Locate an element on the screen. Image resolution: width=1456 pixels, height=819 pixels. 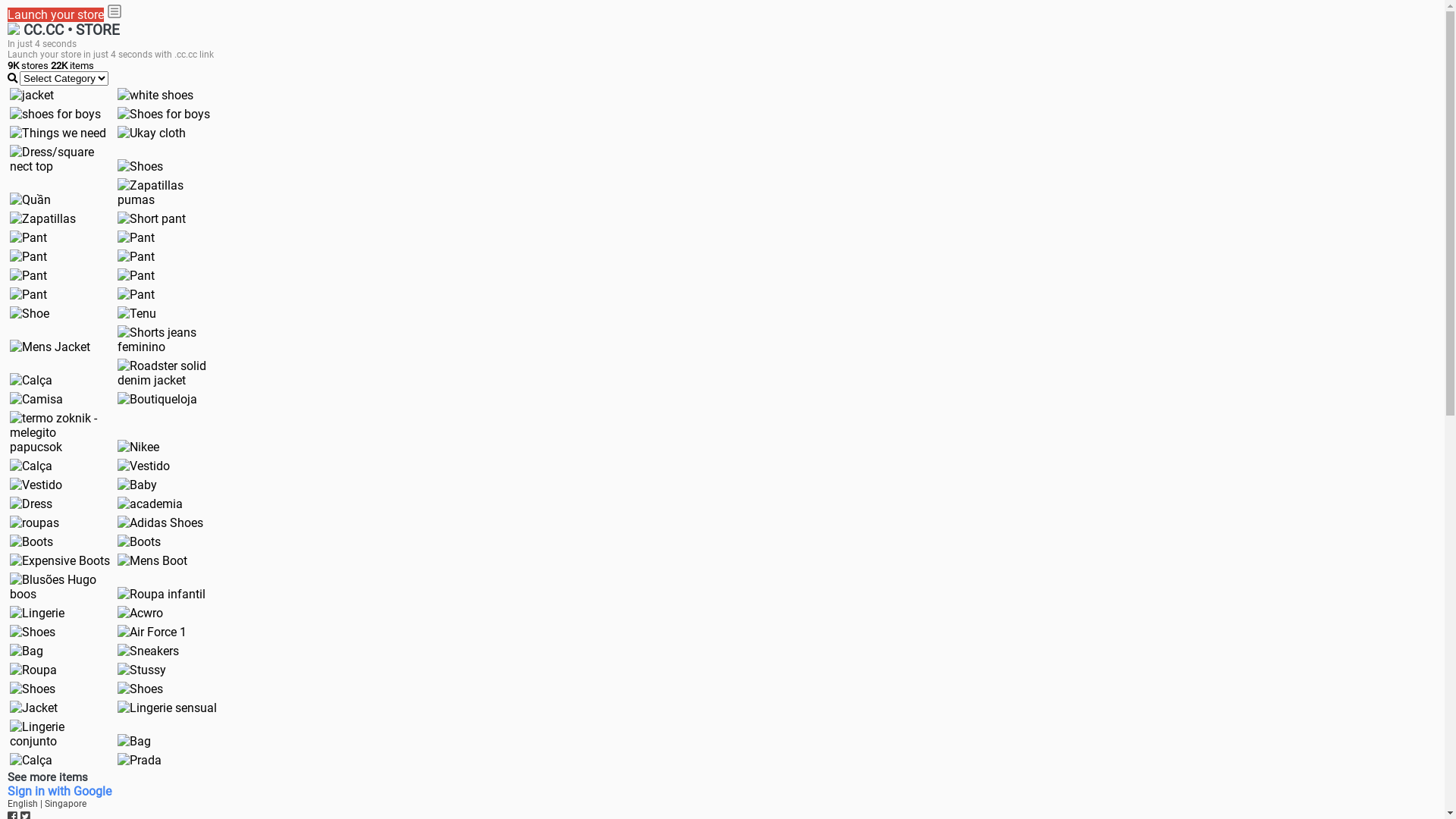
'Pant' is located at coordinates (116, 256).